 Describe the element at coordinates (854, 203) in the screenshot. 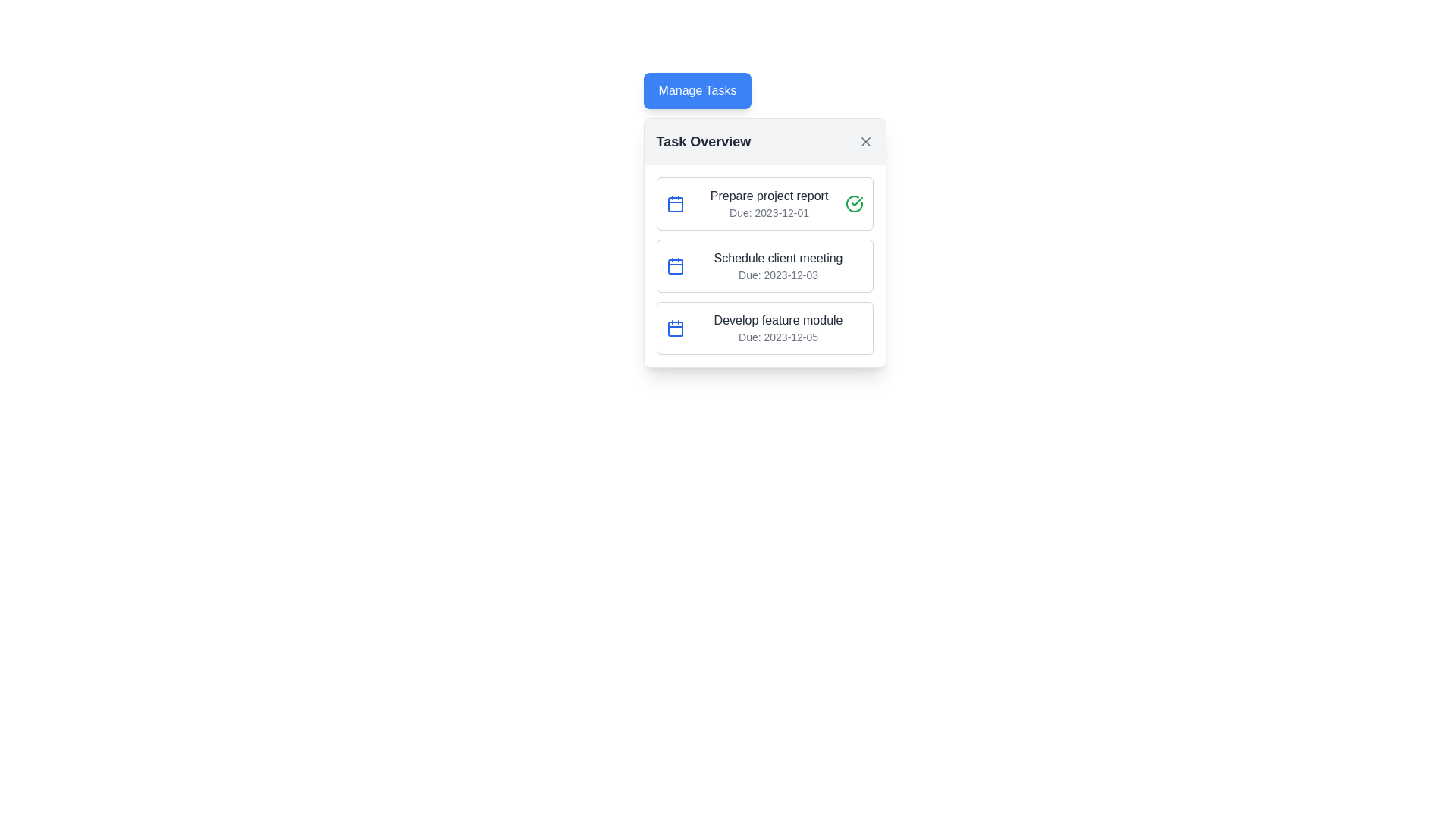

I see `the green circular icon with a check mark inside, located within the first list item of the 'Task Overview' card, aligned with the text 'Prepare project report'` at that location.